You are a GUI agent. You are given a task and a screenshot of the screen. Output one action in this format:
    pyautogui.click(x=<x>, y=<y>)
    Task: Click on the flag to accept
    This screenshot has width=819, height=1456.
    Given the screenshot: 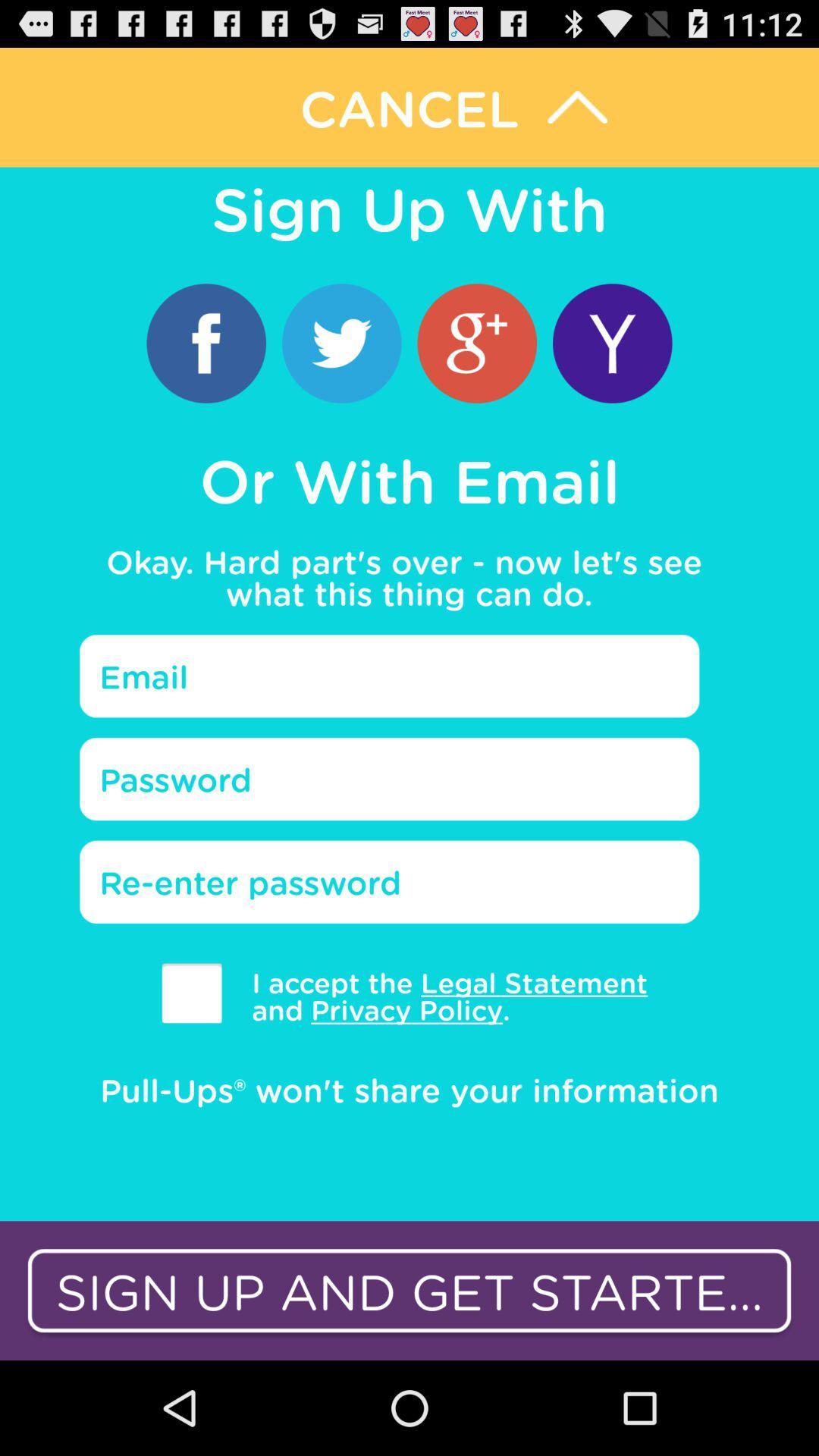 What is the action you would take?
    pyautogui.click(x=191, y=993)
    